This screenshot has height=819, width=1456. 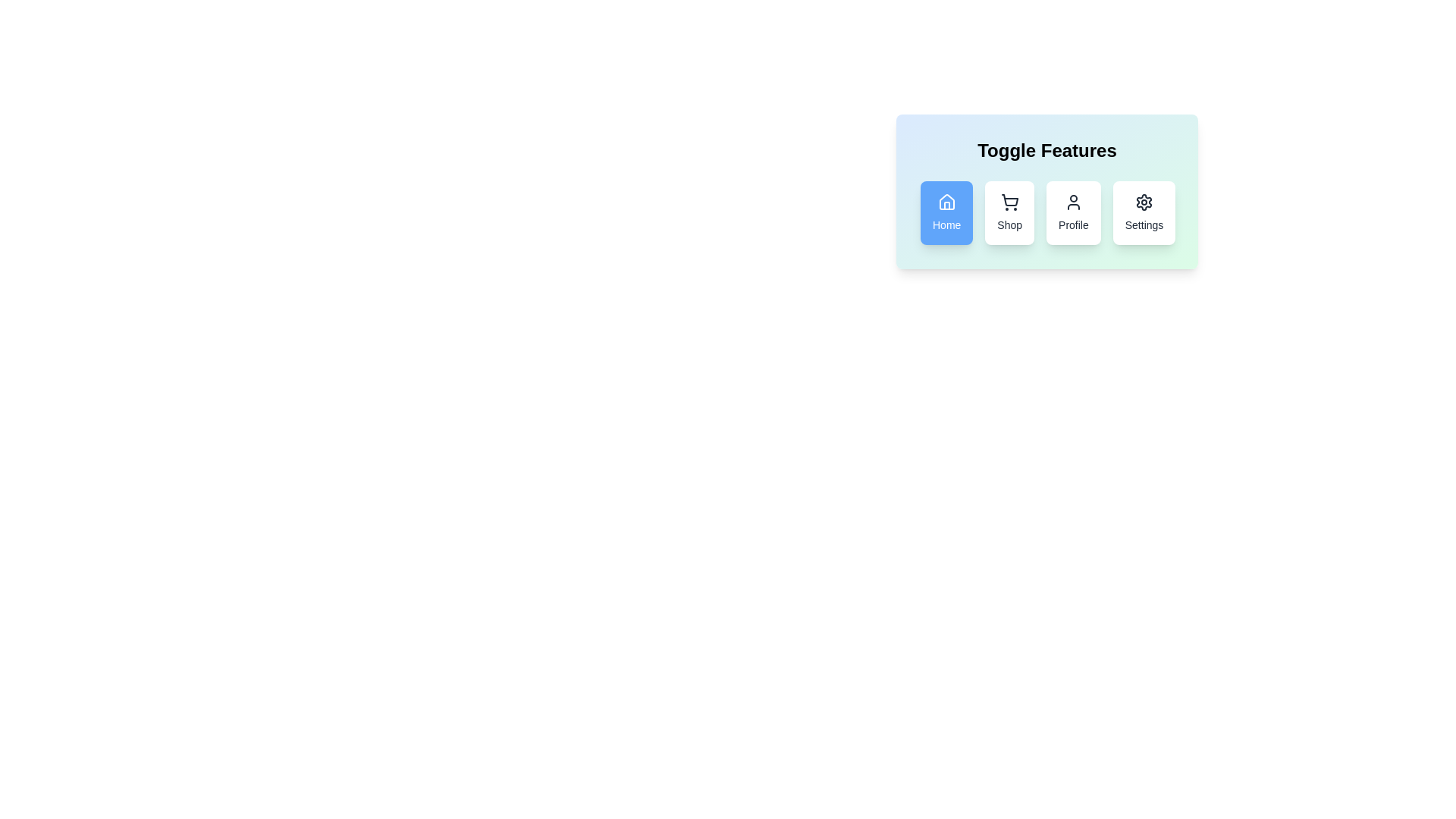 I want to click on the feature button labeled Settings to observe visual feedback, so click(x=1144, y=213).